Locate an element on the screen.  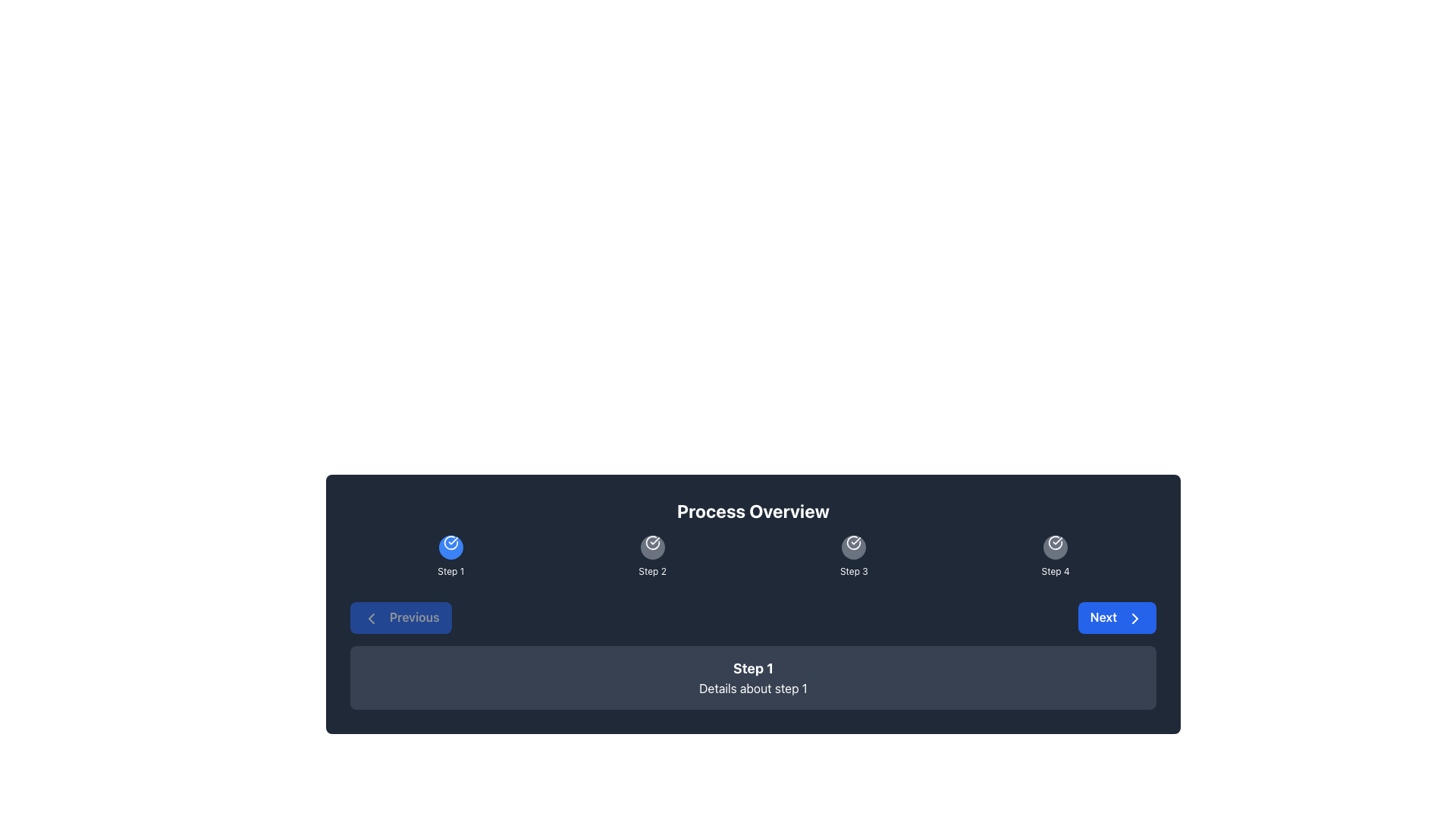
the 'Previous' button located on the bottom-left side of the navigation bar, which has a blue background and an arrow icon pointing left is located at coordinates (400, 617).